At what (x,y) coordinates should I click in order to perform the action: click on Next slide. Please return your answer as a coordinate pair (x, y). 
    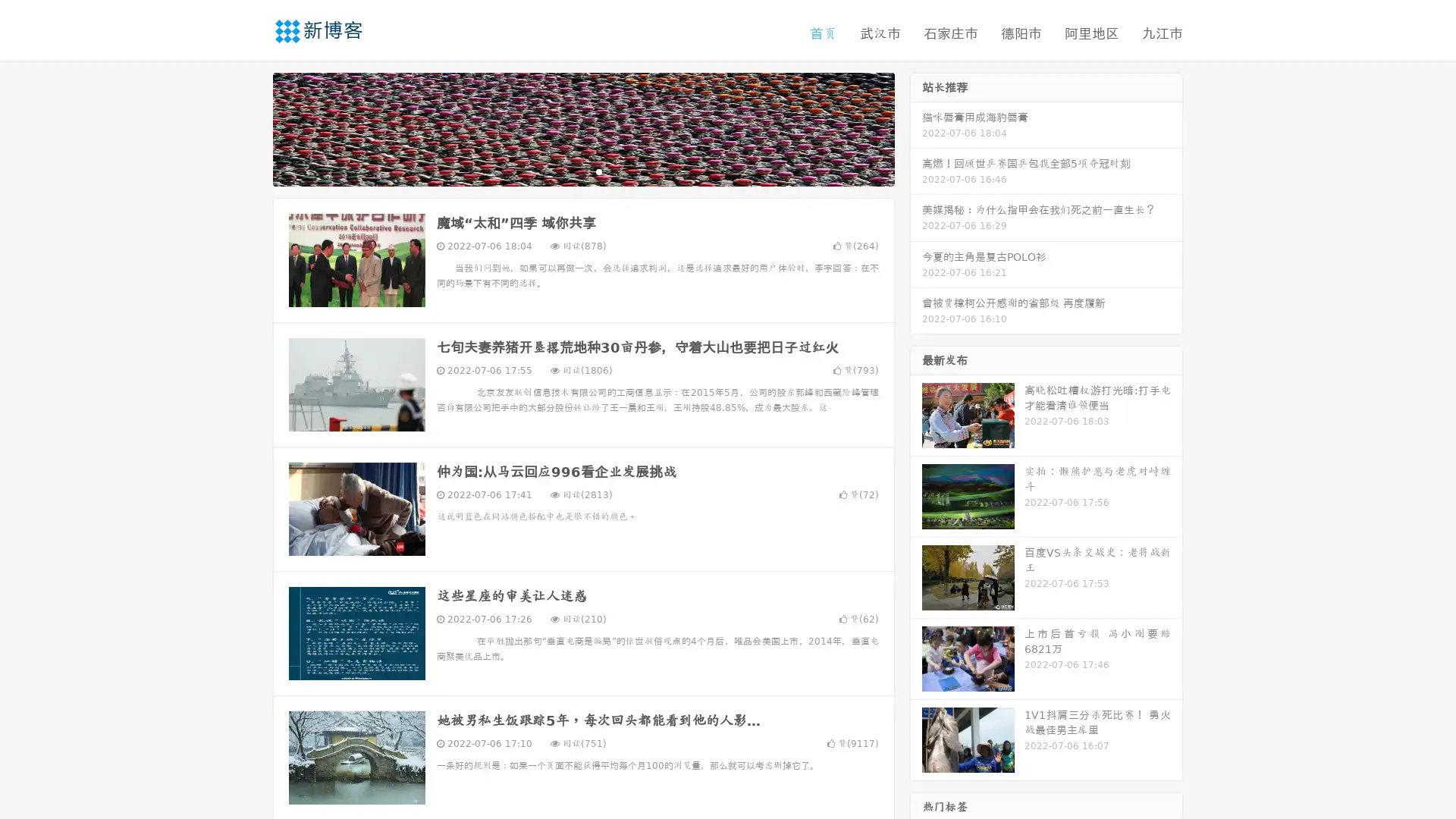
    Looking at the image, I should click on (916, 127).